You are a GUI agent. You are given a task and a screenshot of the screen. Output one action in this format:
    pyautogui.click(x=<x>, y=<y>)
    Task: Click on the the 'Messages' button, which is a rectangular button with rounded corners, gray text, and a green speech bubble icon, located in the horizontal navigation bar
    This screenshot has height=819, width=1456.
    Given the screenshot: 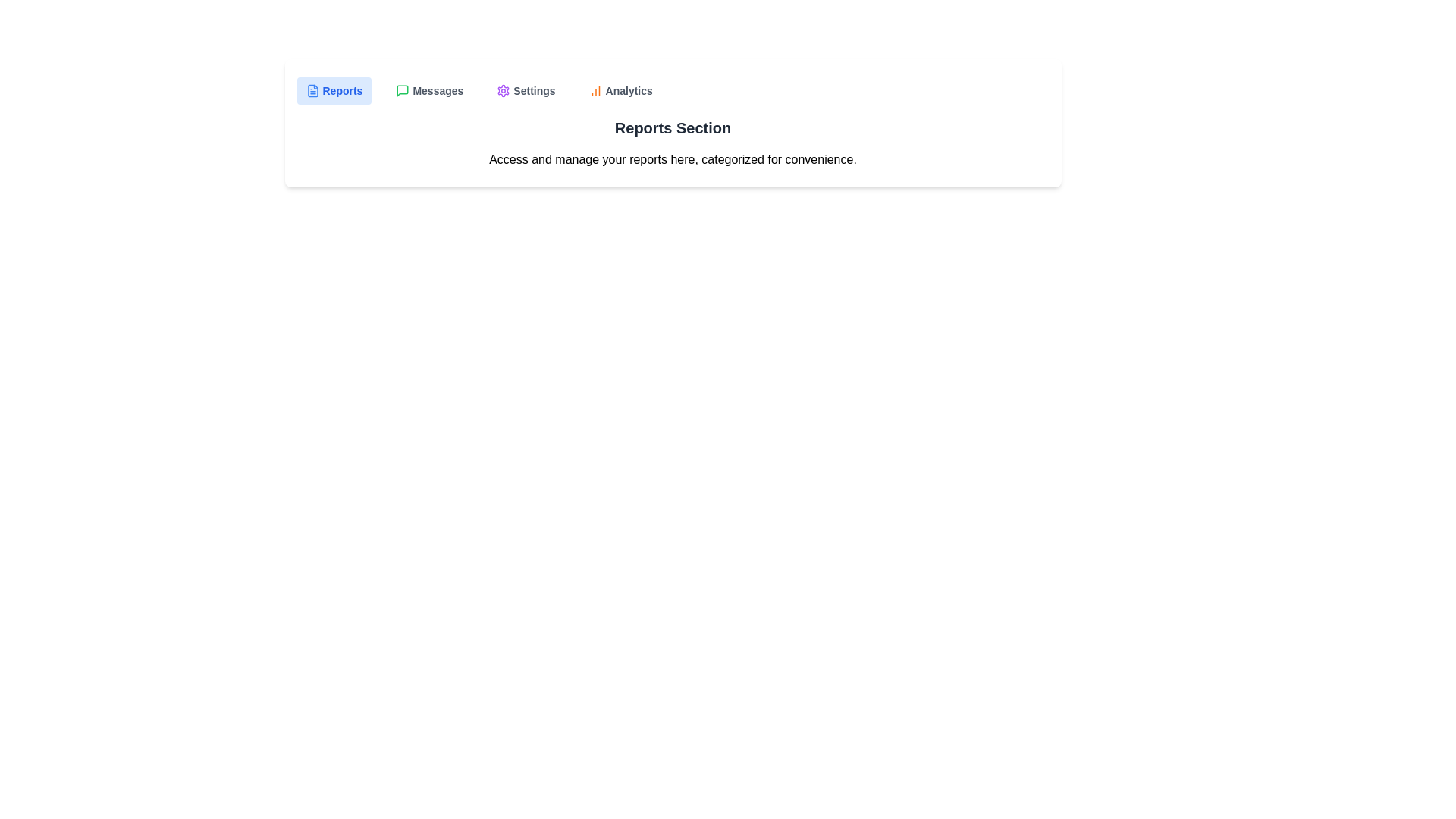 What is the action you would take?
    pyautogui.click(x=428, y=90)
    